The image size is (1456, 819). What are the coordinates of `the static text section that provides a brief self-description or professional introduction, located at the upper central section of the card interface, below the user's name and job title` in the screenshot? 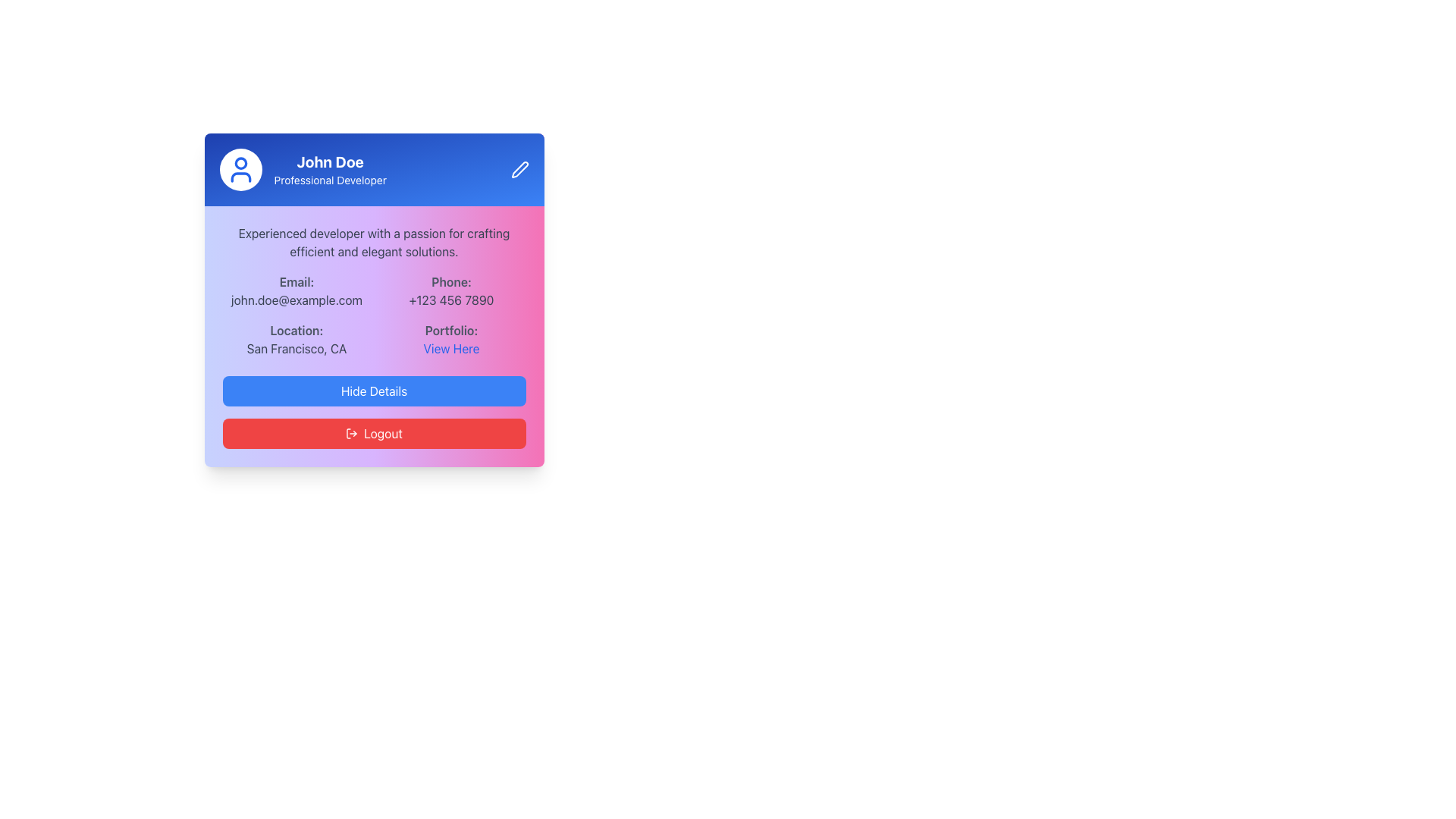 It's located at (374, 242).